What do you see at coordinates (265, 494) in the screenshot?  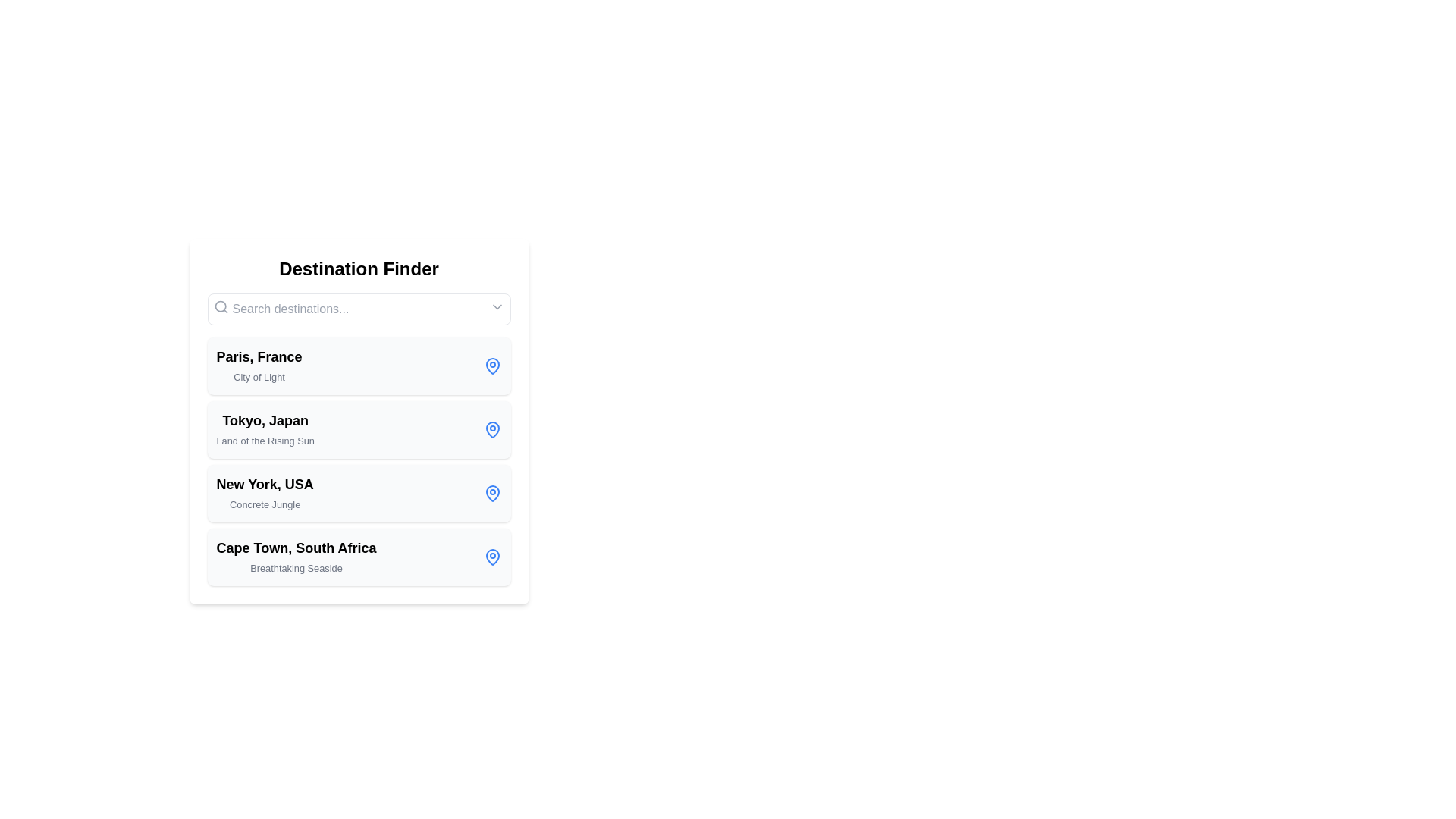 I see `the third text entry in the destination finder interface, which contains the title and subtitle for a location, positioned between 'Tokyo, Japan' and 'Cape Town, South Africa'` at bounding box center [265, 494].